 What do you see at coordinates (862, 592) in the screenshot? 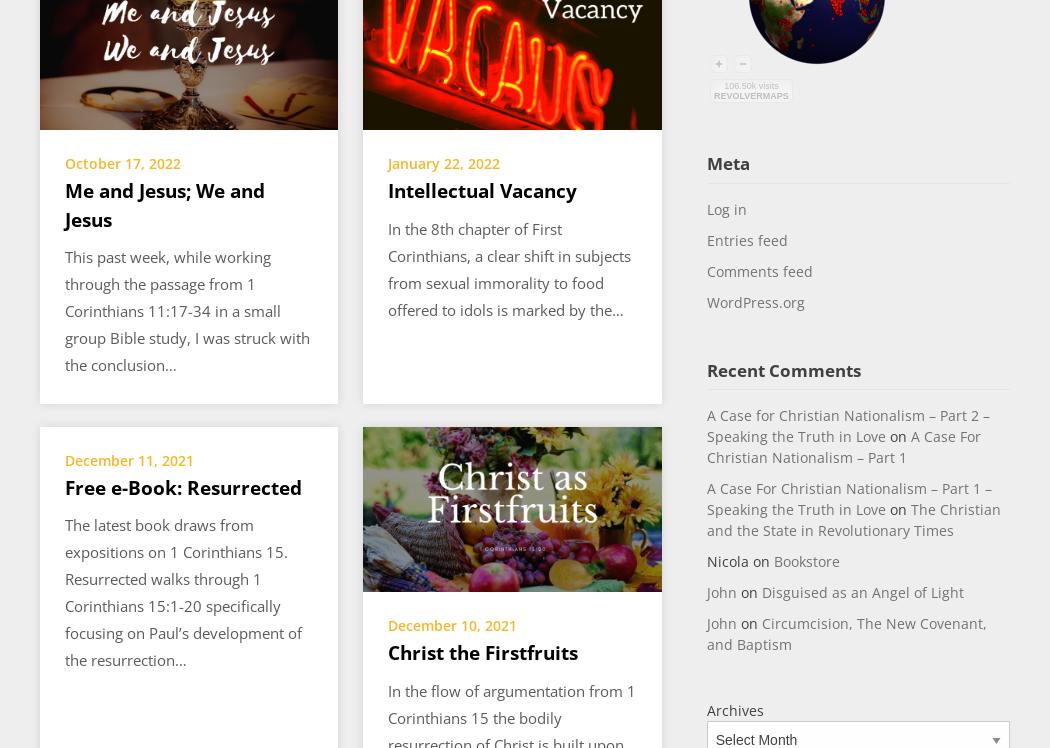
I see `'Disguised as an Angel of Light'` at bounding box center [862, 592].